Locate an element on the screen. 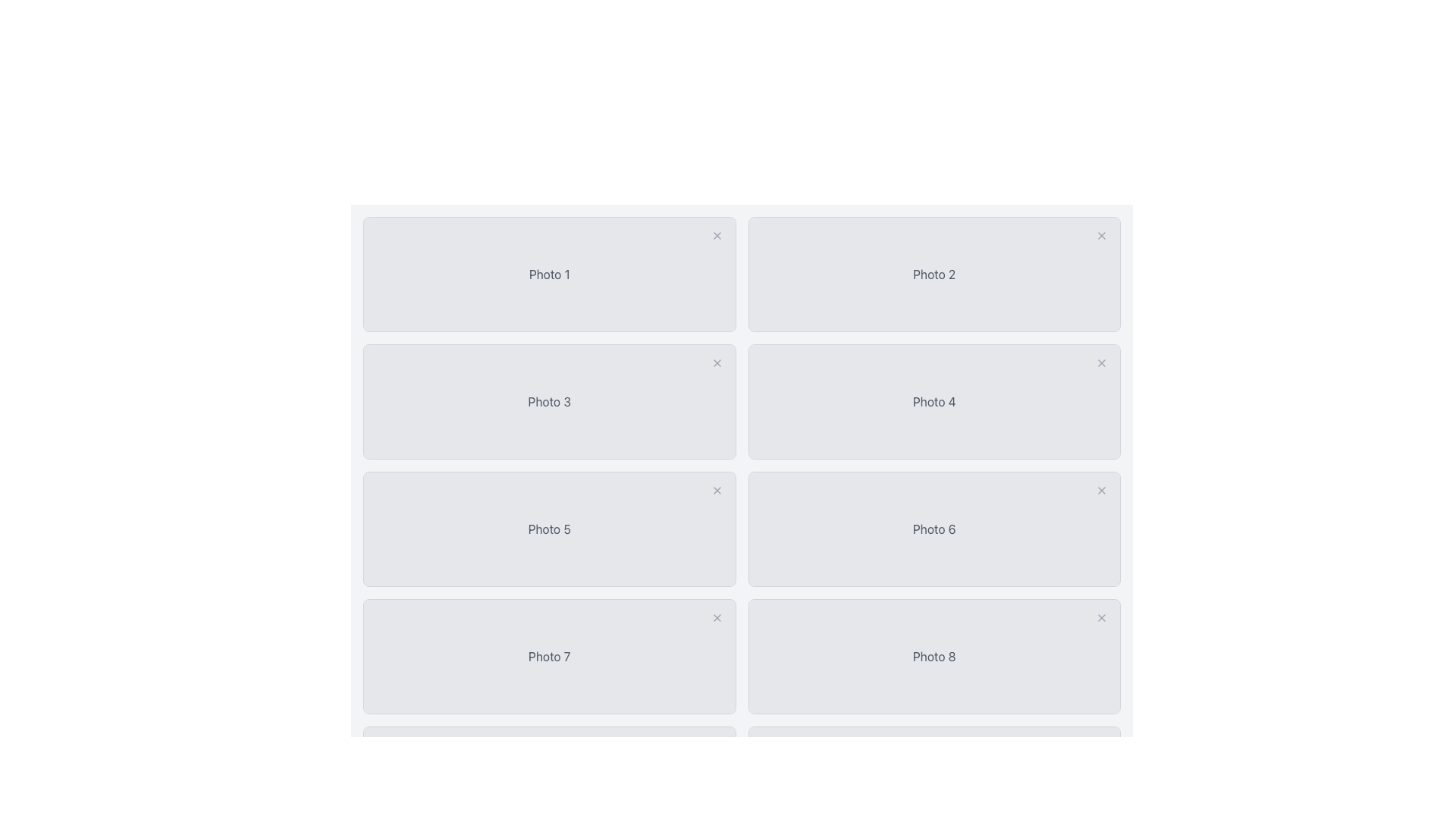 The width and height of the screenshot is (1456, 819). the close button represented by an 'X' in the upper-right corner of the 'Photo 7' section is located at coordinates (716, 617).